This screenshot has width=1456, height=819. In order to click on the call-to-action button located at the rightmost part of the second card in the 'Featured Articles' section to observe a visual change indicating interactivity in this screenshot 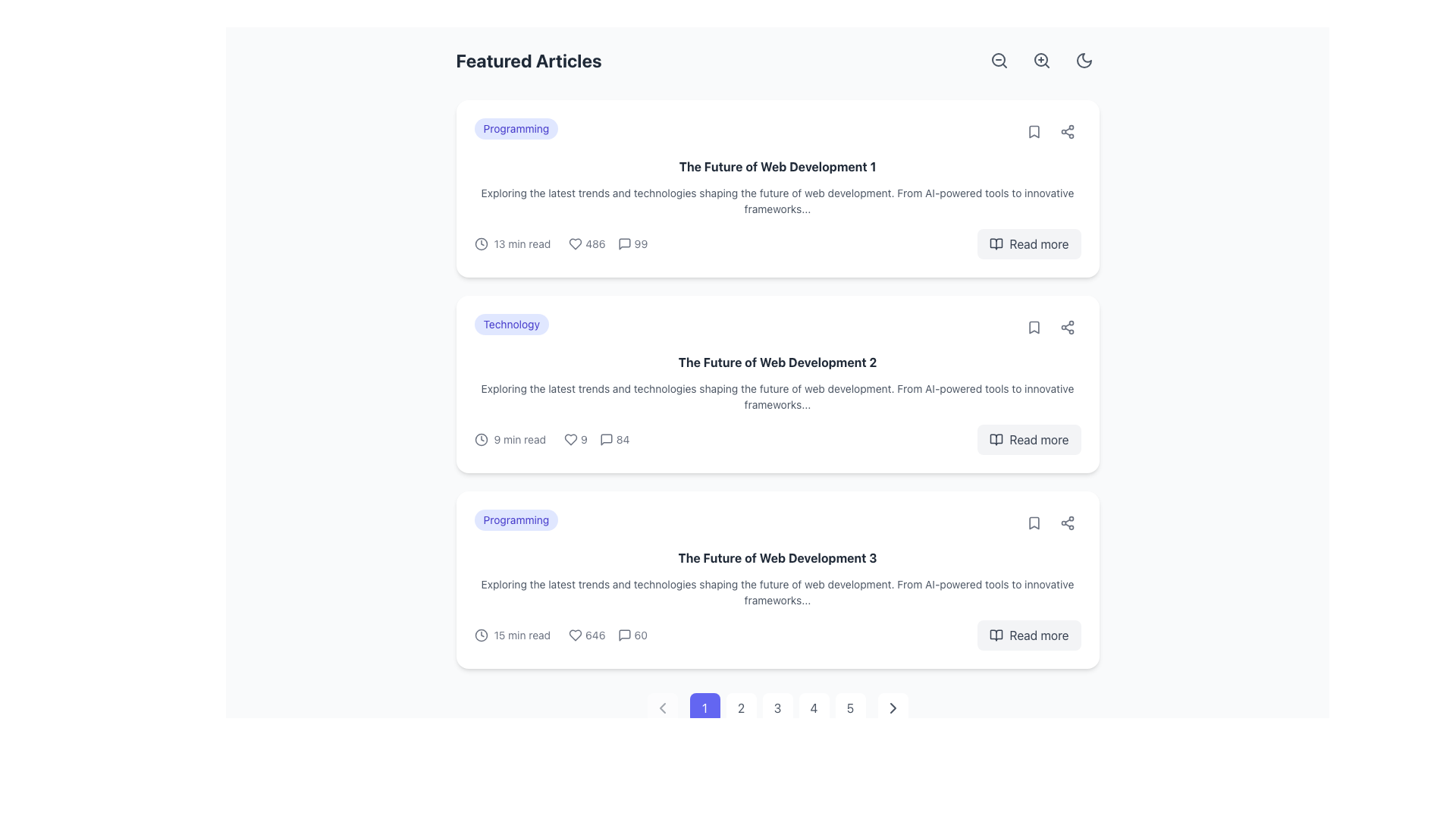, I will do `click(1029, 439)`.